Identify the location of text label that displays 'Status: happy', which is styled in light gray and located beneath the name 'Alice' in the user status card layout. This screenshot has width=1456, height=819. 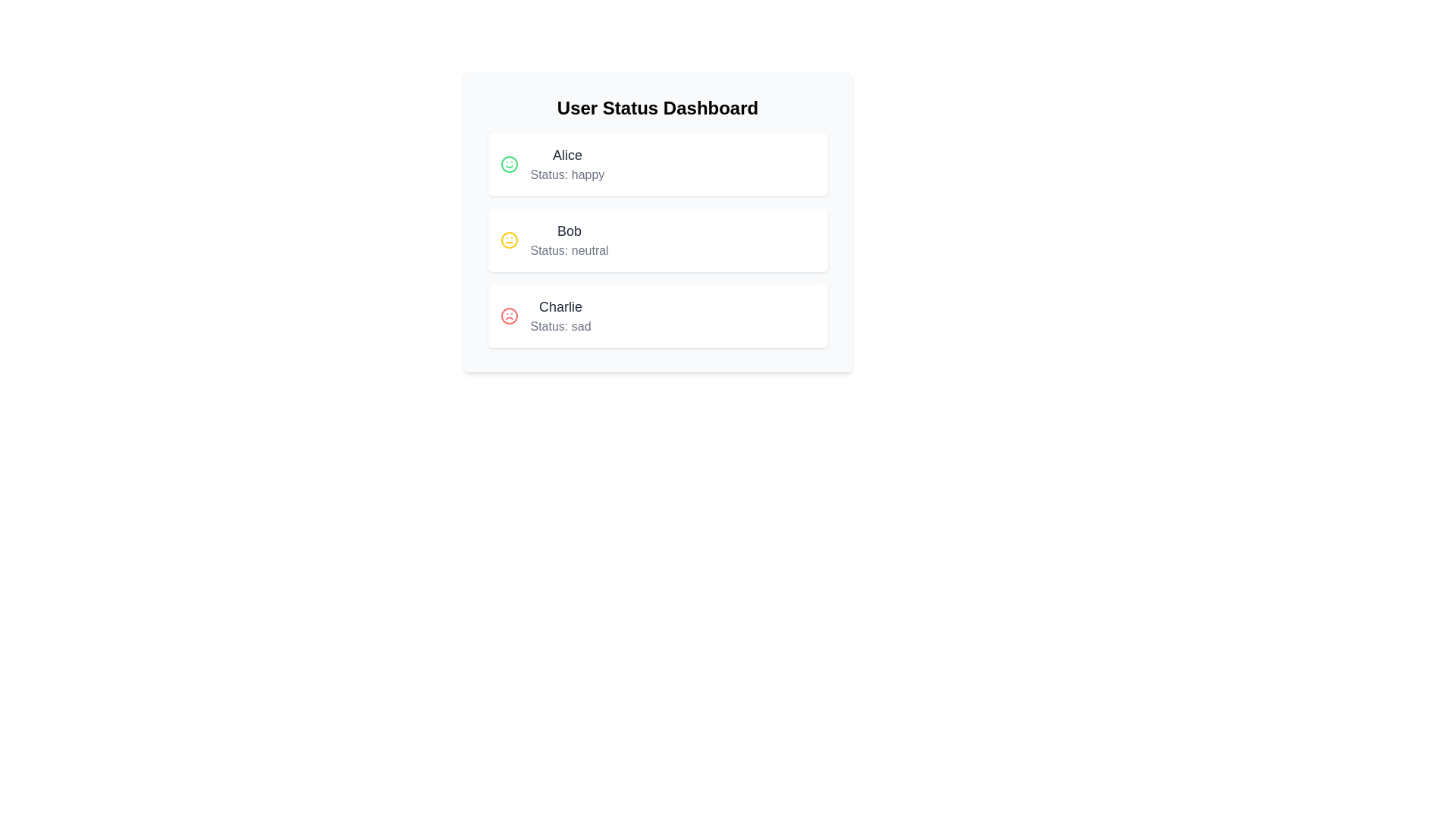
(566, 174).